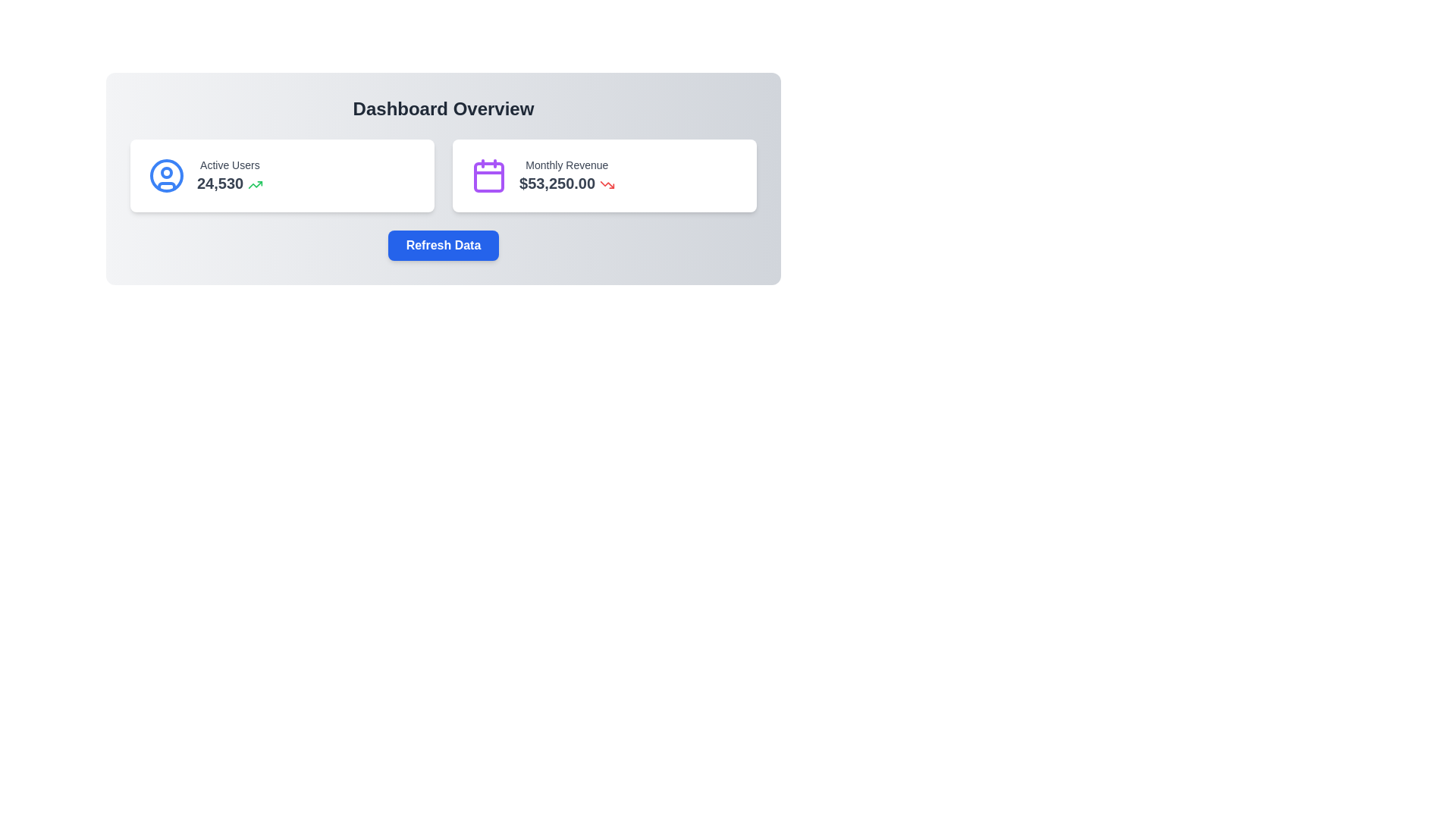 This screenshot has width=1456, height=819. What do you see at coordinates (167, 174) in the screenshot?
I see `the blue circular user icon` at bounding box center [167, 174].